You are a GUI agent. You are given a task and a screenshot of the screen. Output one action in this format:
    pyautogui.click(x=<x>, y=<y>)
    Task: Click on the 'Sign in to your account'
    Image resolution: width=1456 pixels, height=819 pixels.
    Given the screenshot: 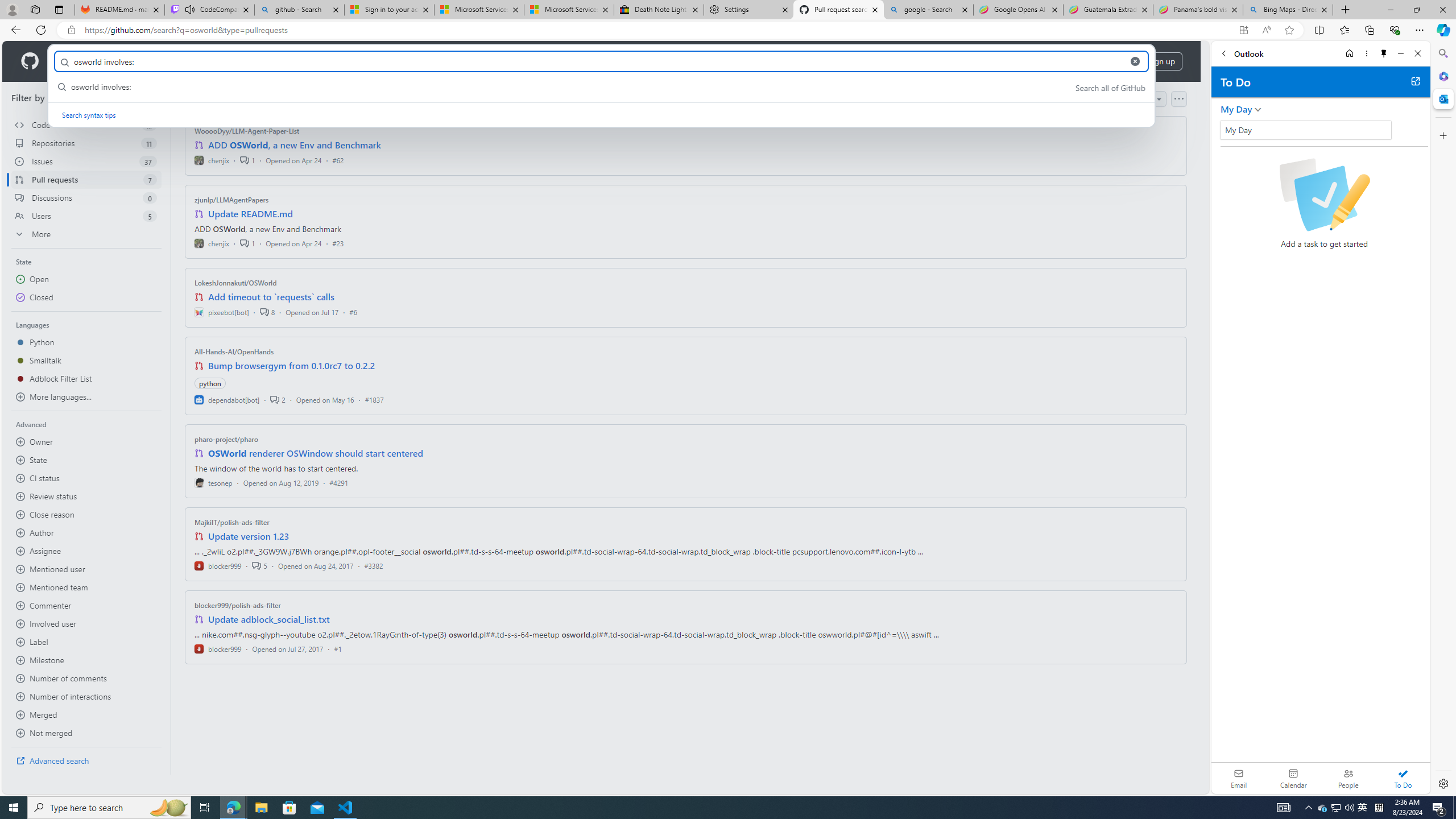 What is the action you would take?
    pyautogui.click(x=389, y=9)
    